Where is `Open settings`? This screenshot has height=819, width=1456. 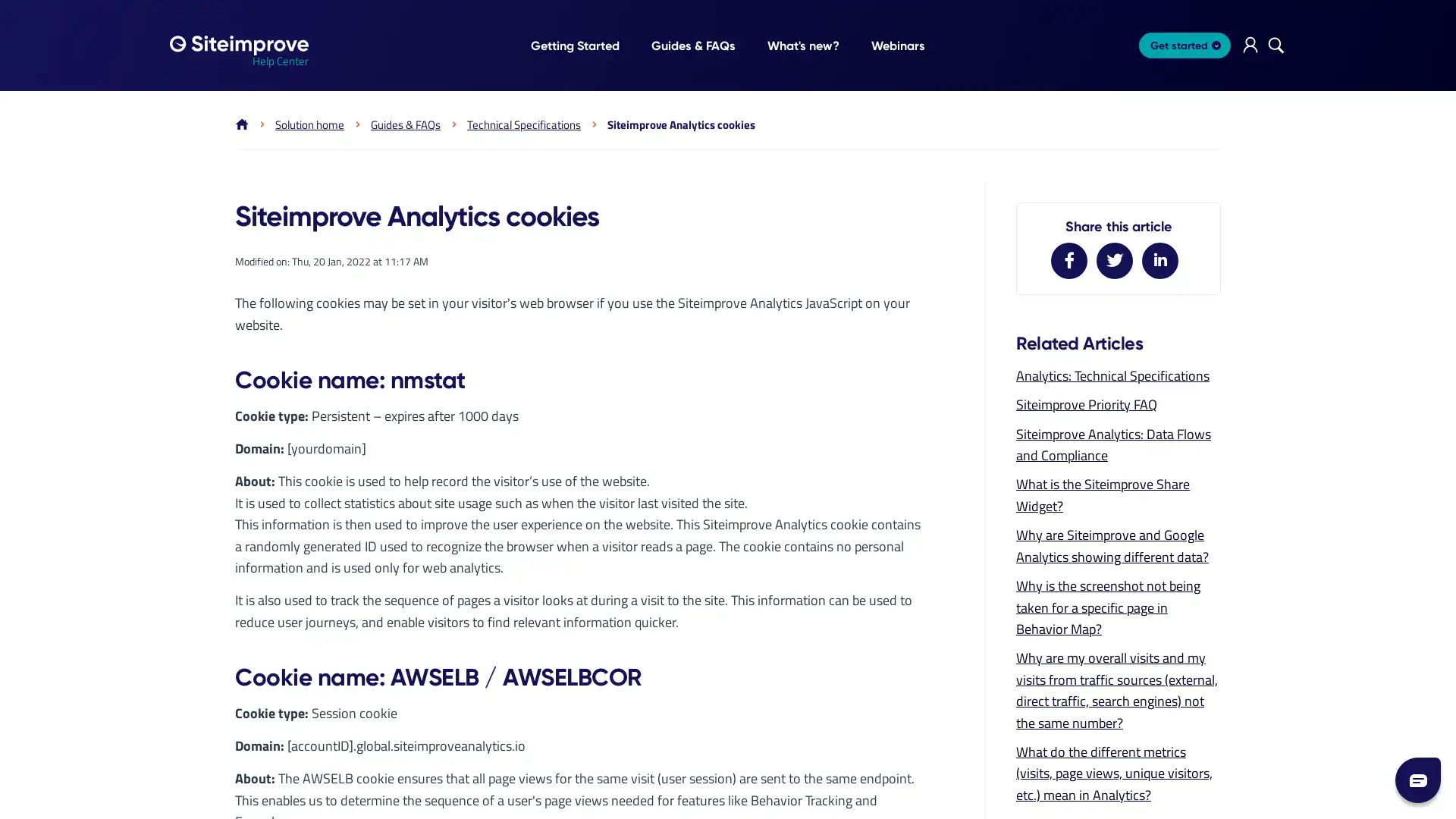
Open settings is located at coordinates (902, 559).